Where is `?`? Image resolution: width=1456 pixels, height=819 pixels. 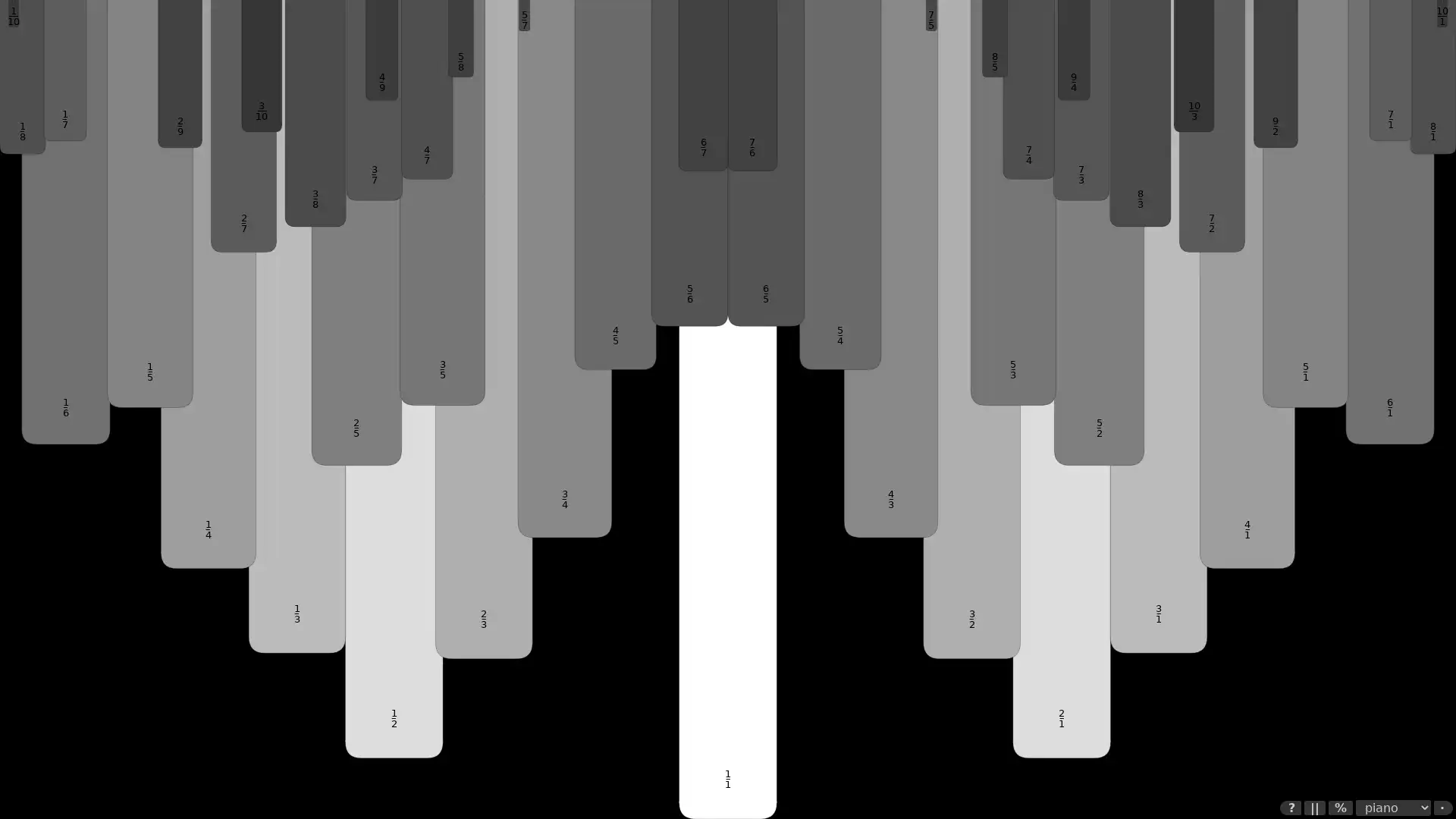 ? is located at coordinates (1288, 807).